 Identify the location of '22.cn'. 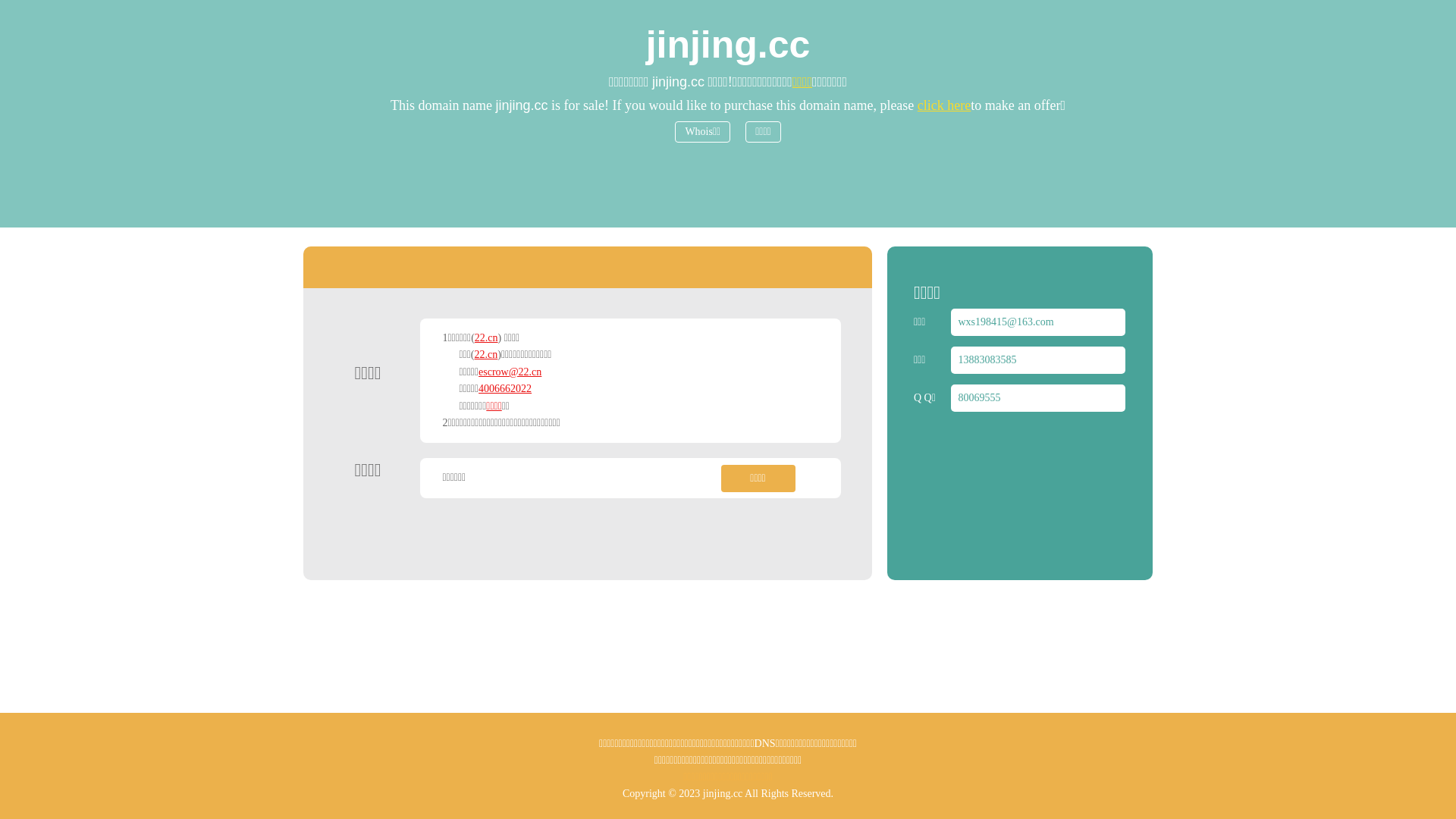
(473, 354).